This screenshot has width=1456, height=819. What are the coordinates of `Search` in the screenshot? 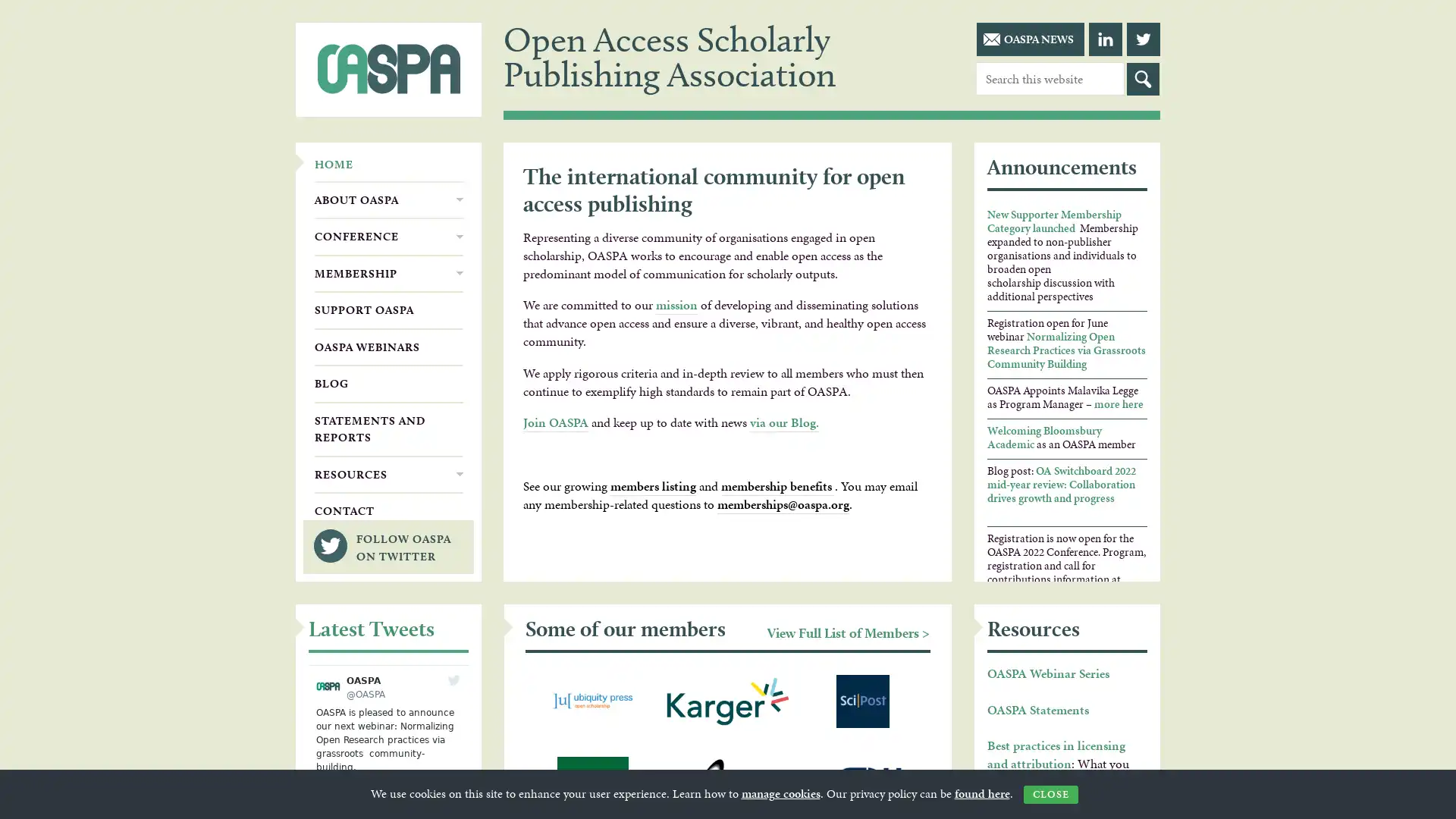 It's located at (1143, 79).